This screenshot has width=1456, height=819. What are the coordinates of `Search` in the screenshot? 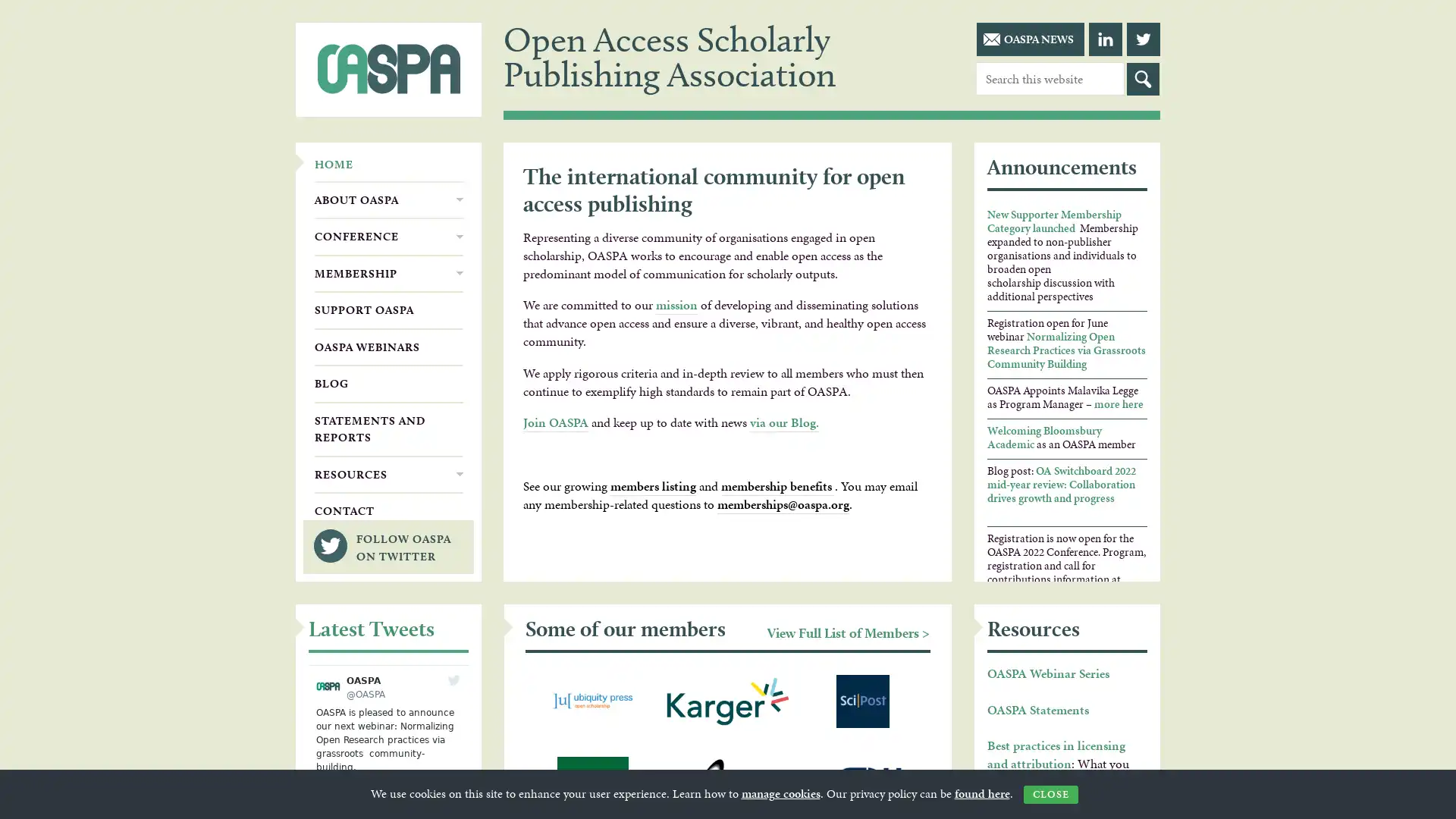 It's located at (1143, 79).